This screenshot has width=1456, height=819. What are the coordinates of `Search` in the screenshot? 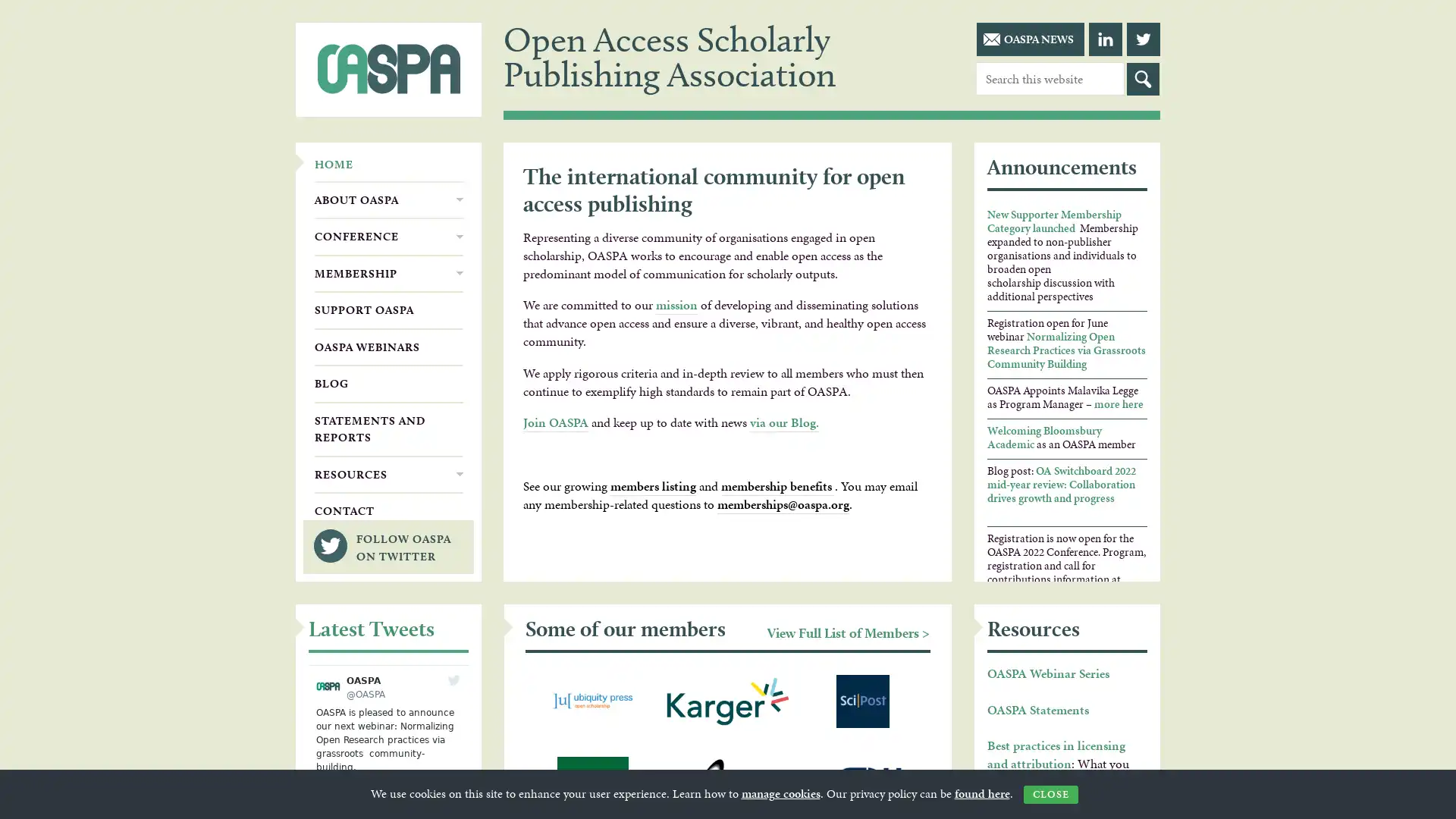 It's located at (1143, 79).